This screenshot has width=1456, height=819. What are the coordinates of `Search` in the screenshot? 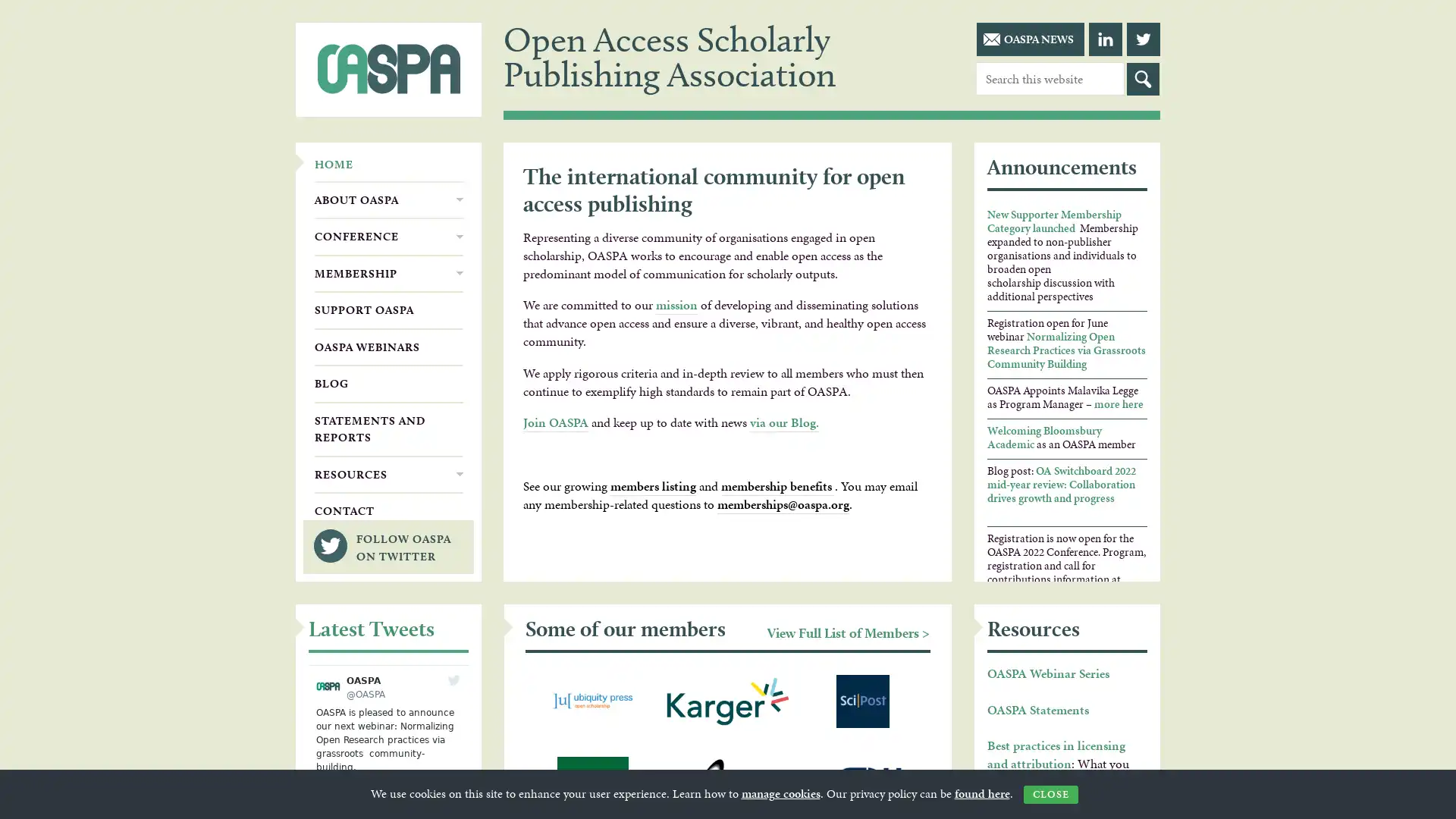 It's located at (1143, 79).